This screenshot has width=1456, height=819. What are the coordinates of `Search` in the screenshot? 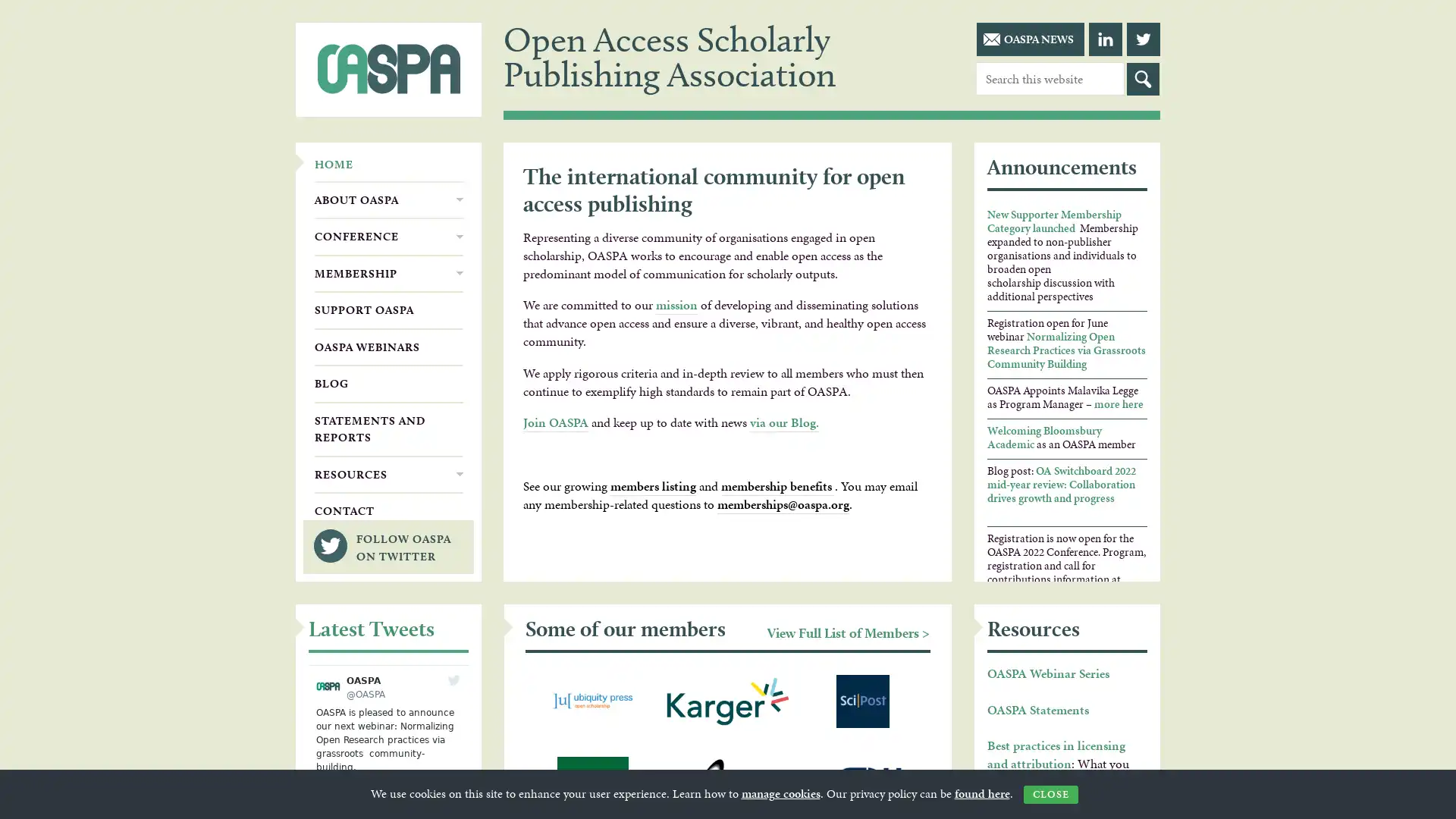 It's located at (1143, 79).